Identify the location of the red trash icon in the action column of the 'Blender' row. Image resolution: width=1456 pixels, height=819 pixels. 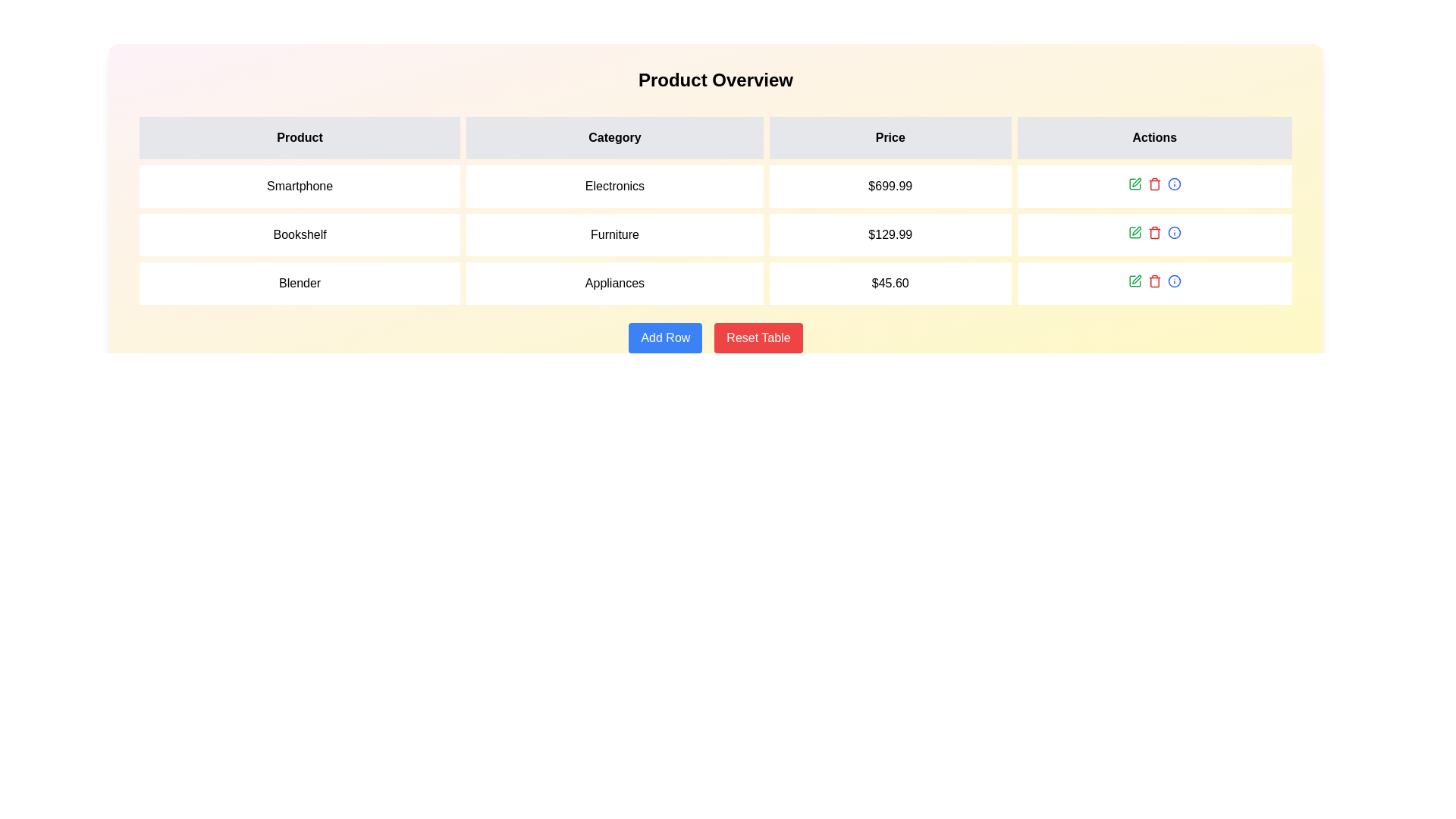
(1153, 281).